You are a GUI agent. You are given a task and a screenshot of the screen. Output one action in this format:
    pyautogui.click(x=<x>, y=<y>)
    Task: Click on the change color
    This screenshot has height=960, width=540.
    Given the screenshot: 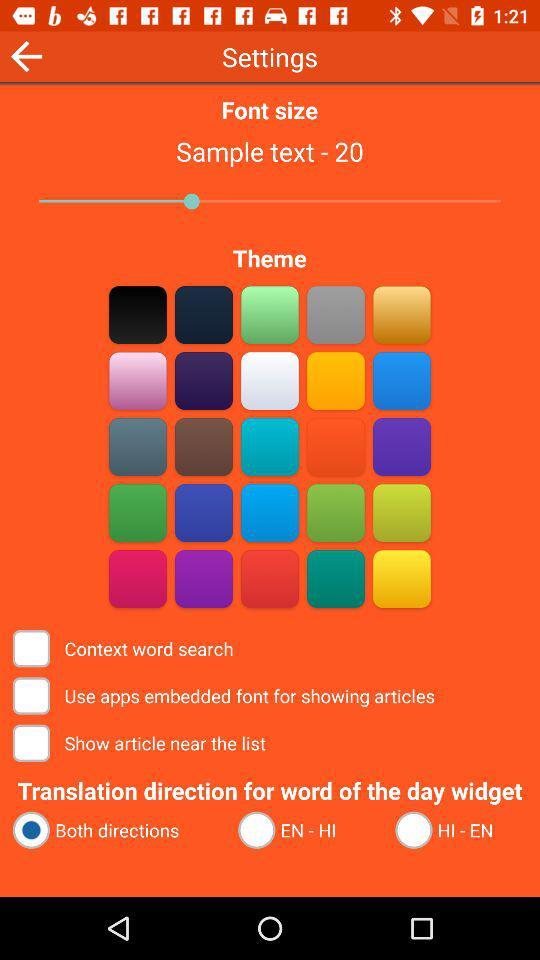 What is the action you would take?
    pyautogui.click(x=203, y=380)
    